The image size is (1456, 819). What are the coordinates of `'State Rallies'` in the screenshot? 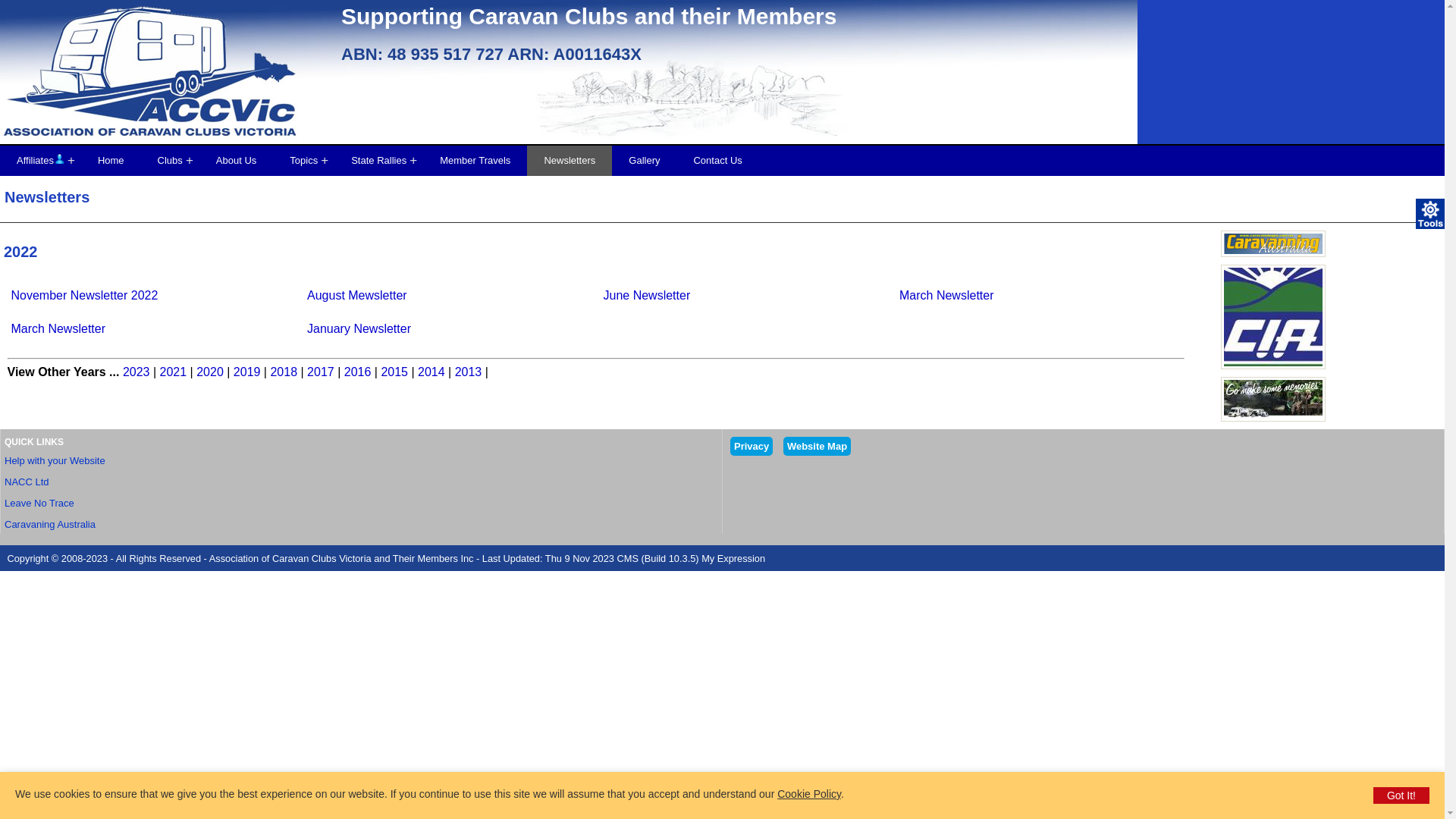 It's located at (378, 161).